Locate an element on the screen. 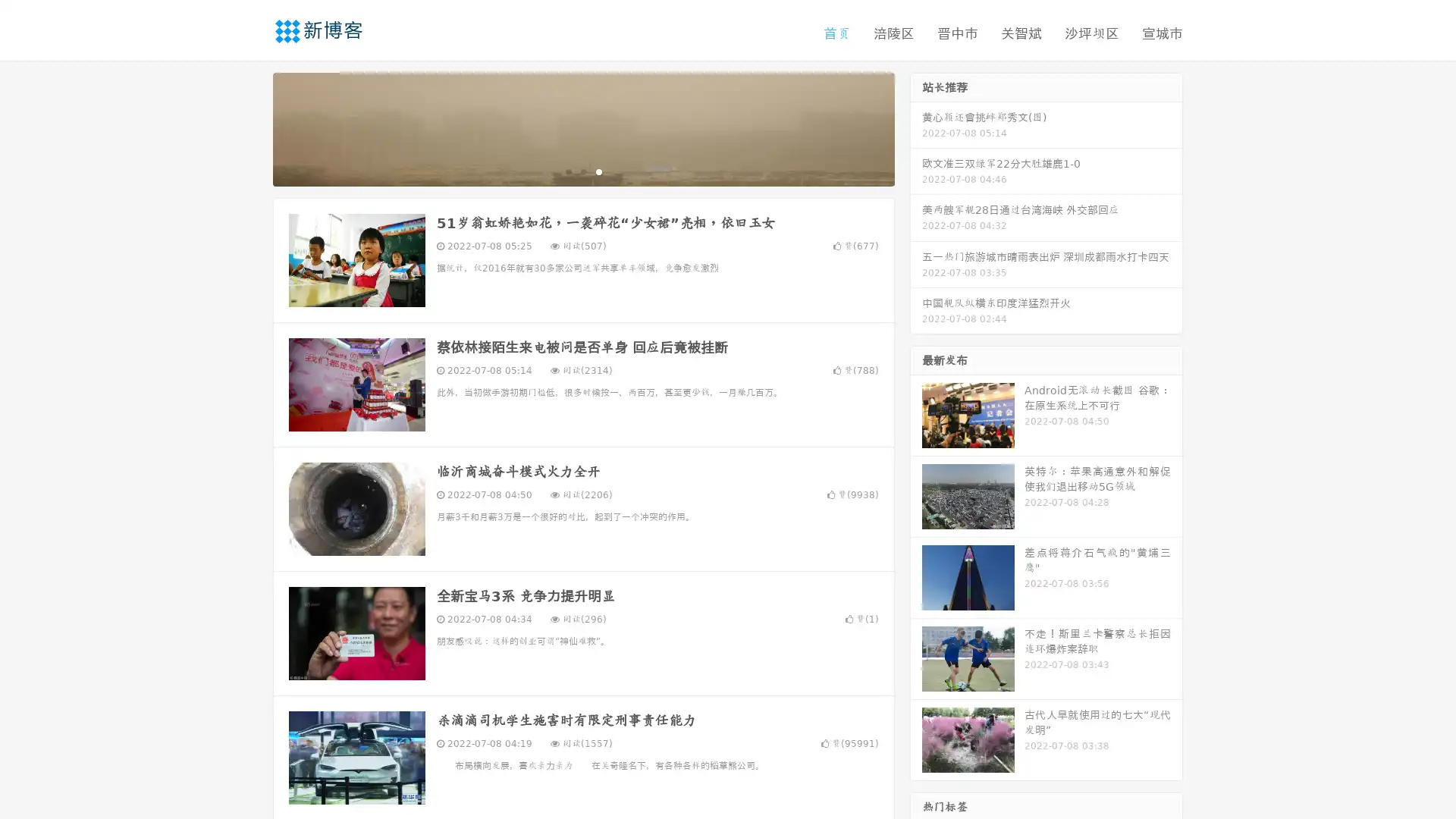 The height and width of the screenshot is (819, 1456). Go to slide 1 is located at coordinates (567, 171).